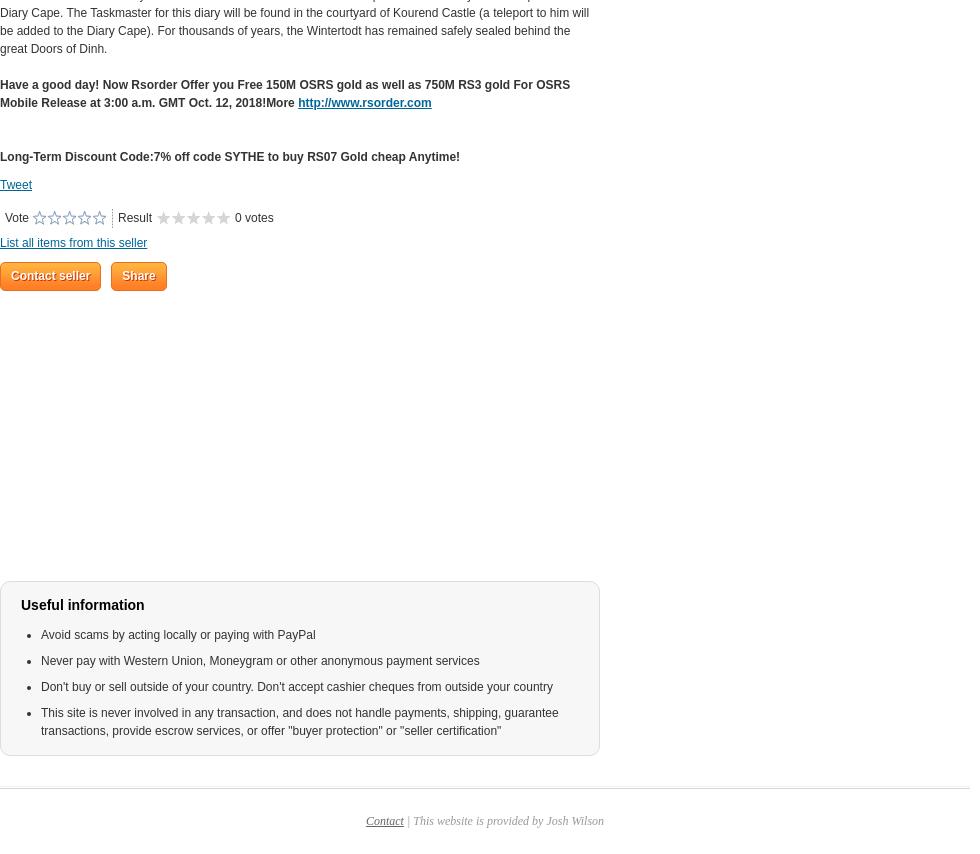  I want to click on 'Share', so click(122, 276).